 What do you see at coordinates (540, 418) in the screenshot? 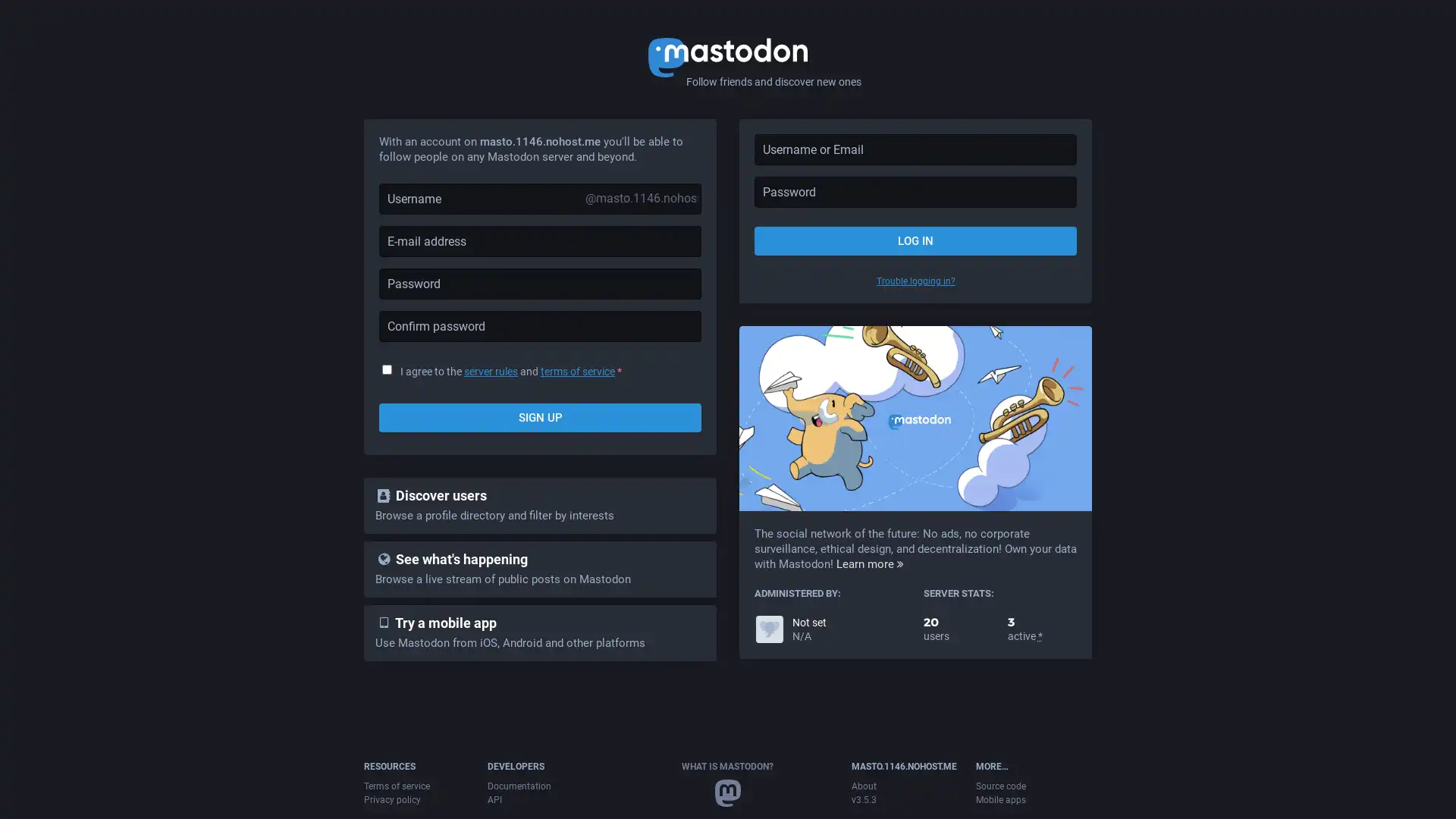
I see `SIGN UP` at bounding box center [540, 418].